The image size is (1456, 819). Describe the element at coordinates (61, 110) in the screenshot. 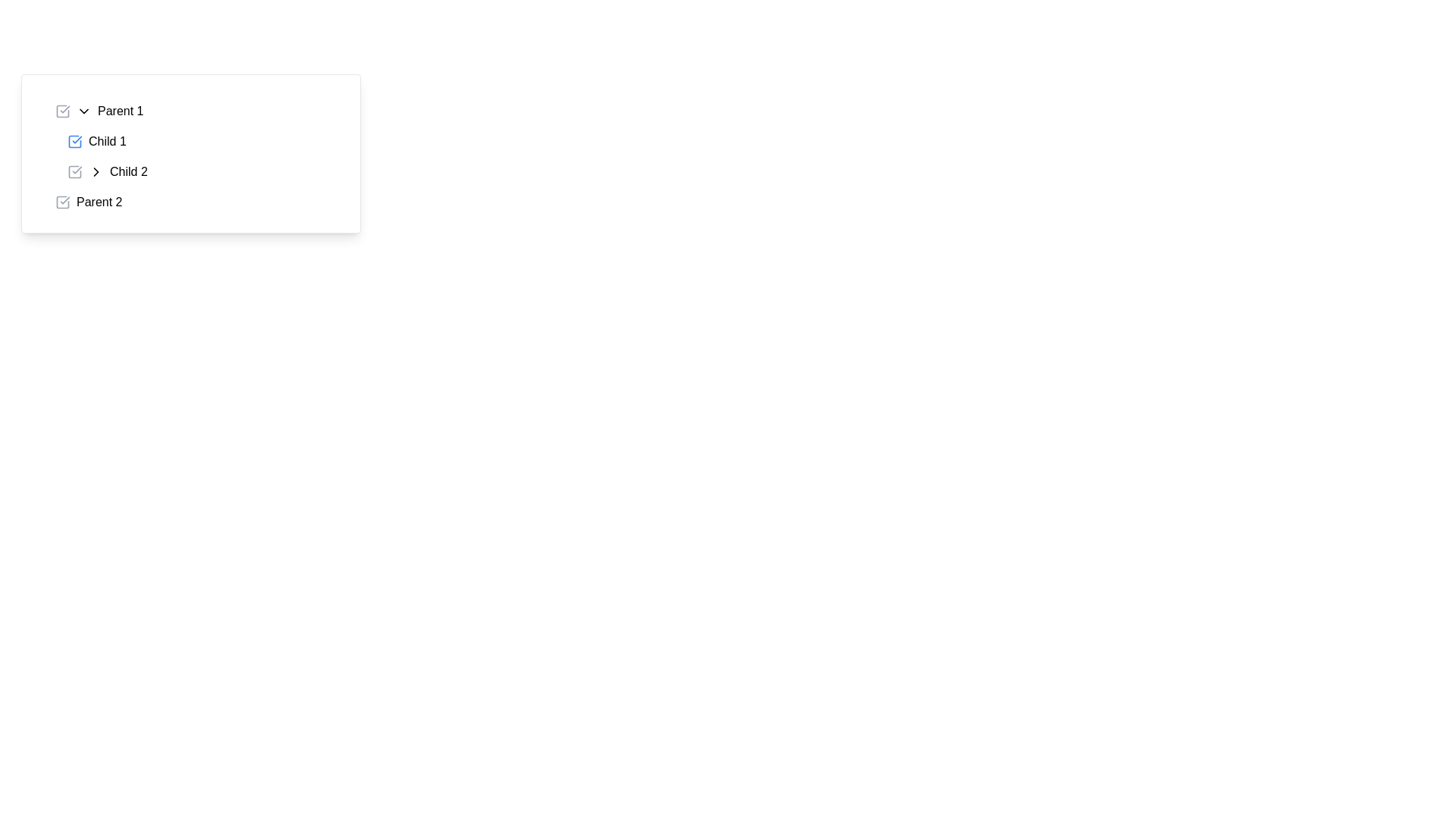

I see `the checkbox icon with a checkmark inside, styled with a gray outline` at that location.